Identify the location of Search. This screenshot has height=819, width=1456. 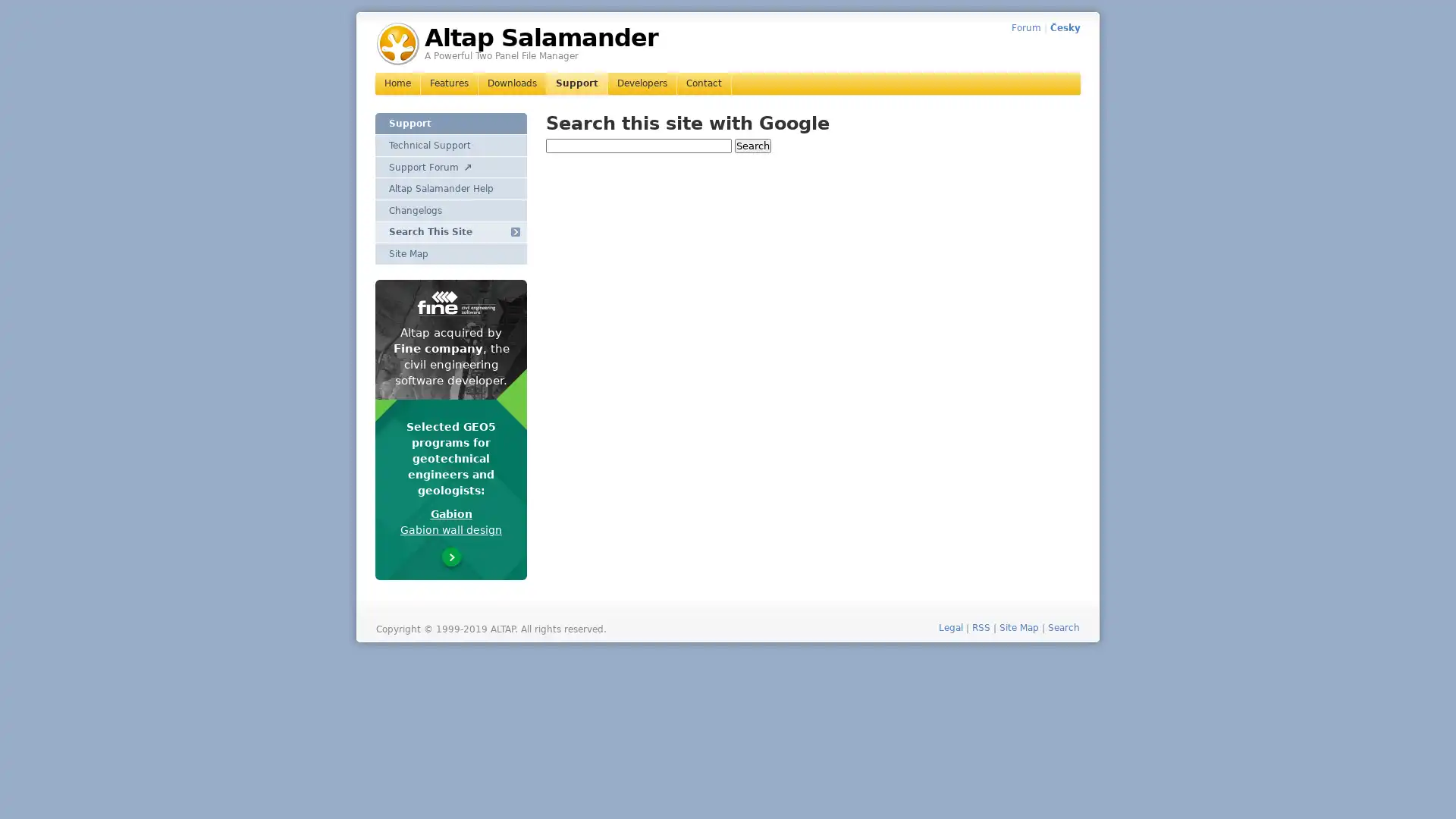
(753, 145).